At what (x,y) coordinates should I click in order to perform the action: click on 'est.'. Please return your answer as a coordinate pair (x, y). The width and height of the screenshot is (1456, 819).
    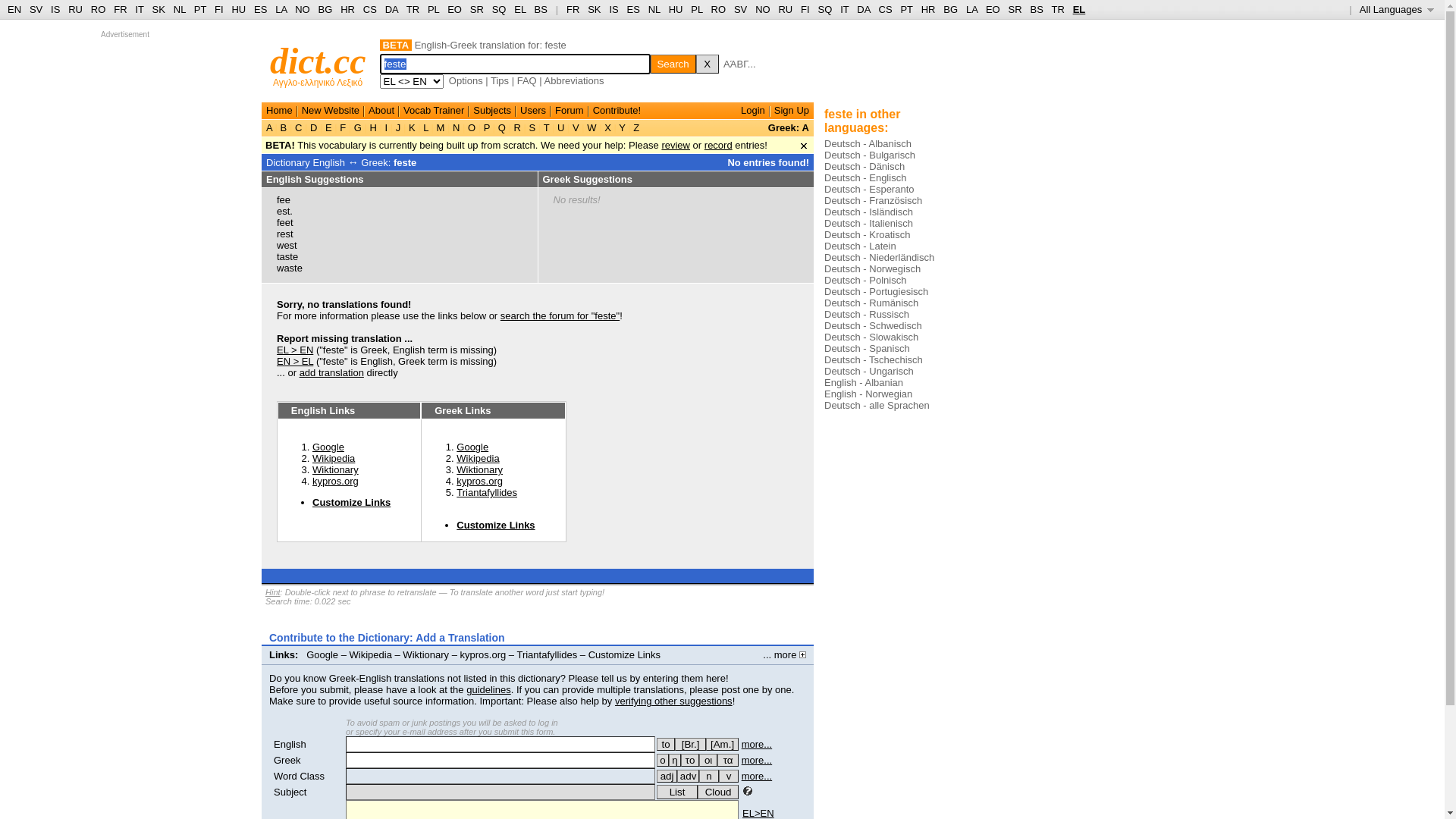
    Looking at the image, I should click on (284, 211).